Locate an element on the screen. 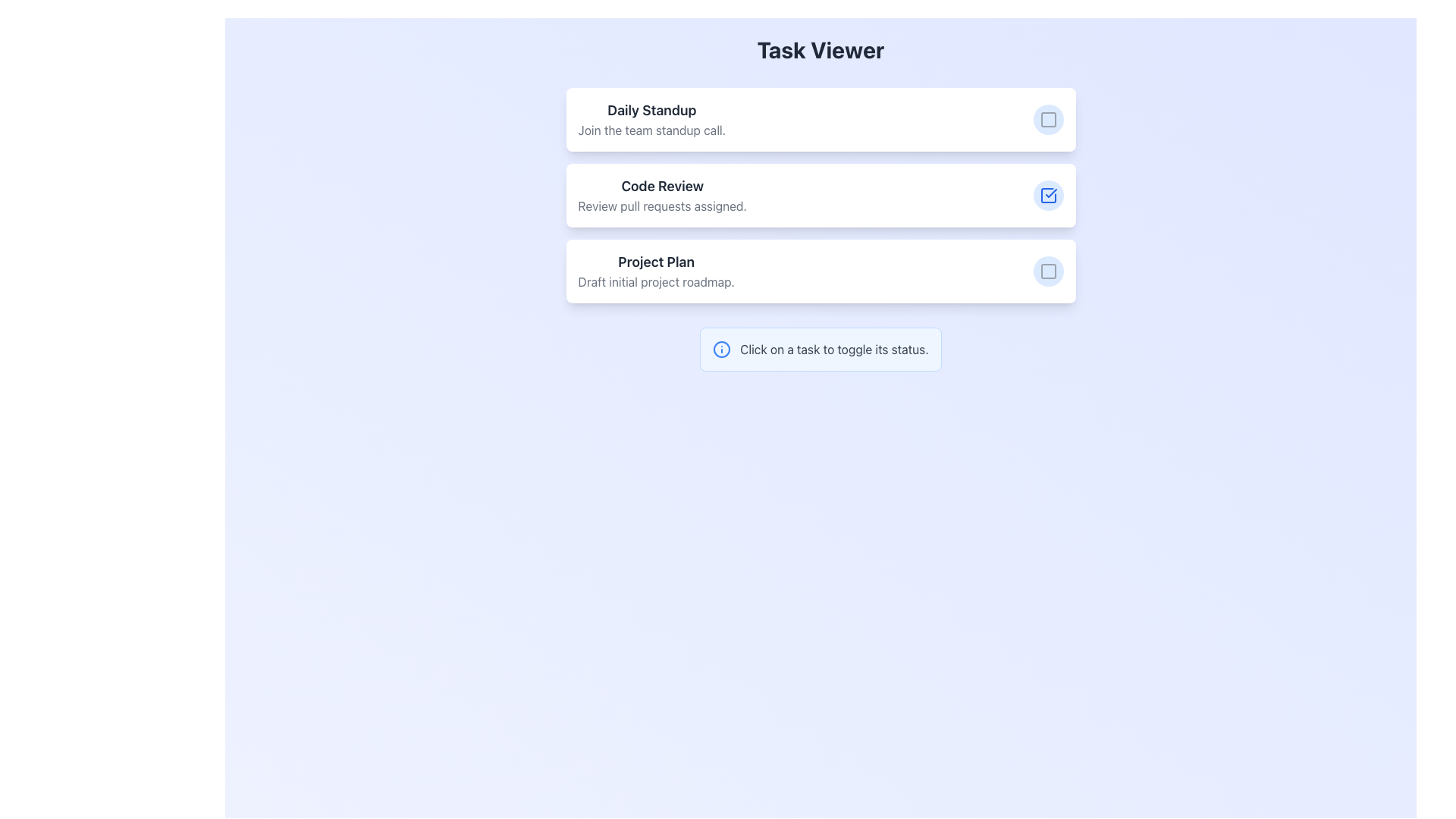 This screenshot has height=819, width=1456. the button located at the right side of the 'Daily Standup' card is located at coordinates (1047, 119).